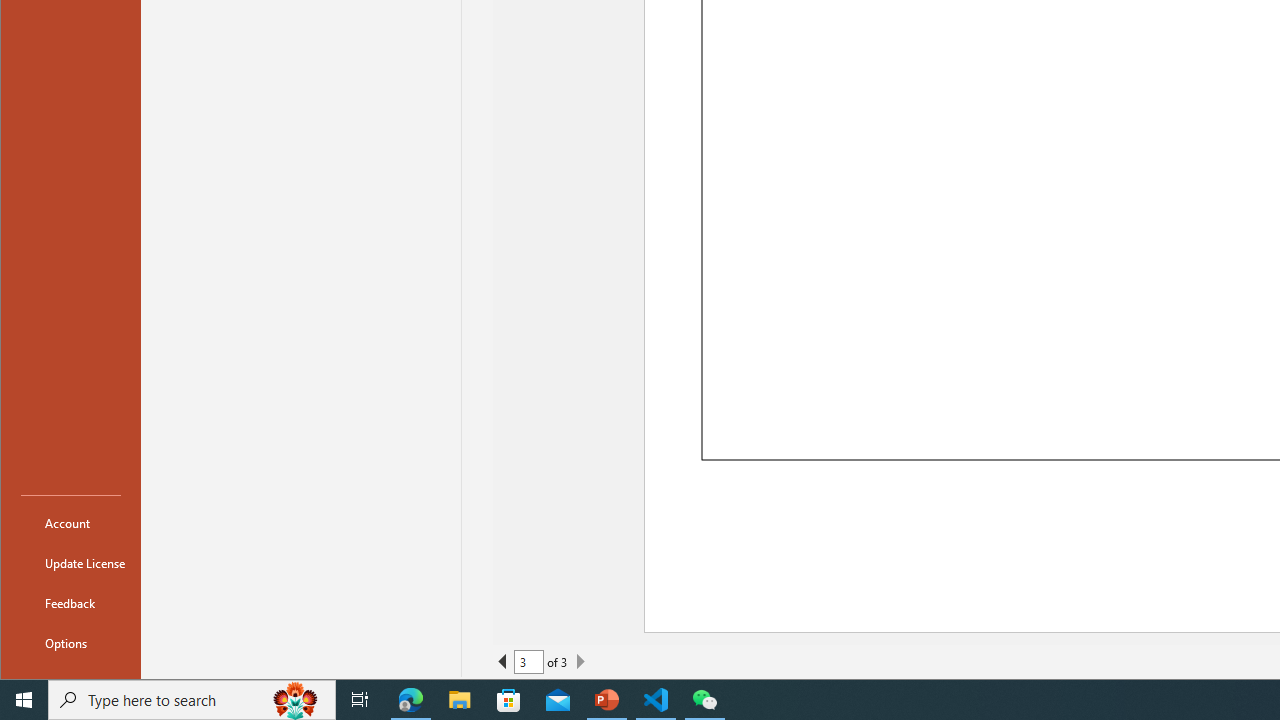  Describe the element at coordinates (705, 698) in the screenshot. I see `'WeChat - 1 running window'` at that location.